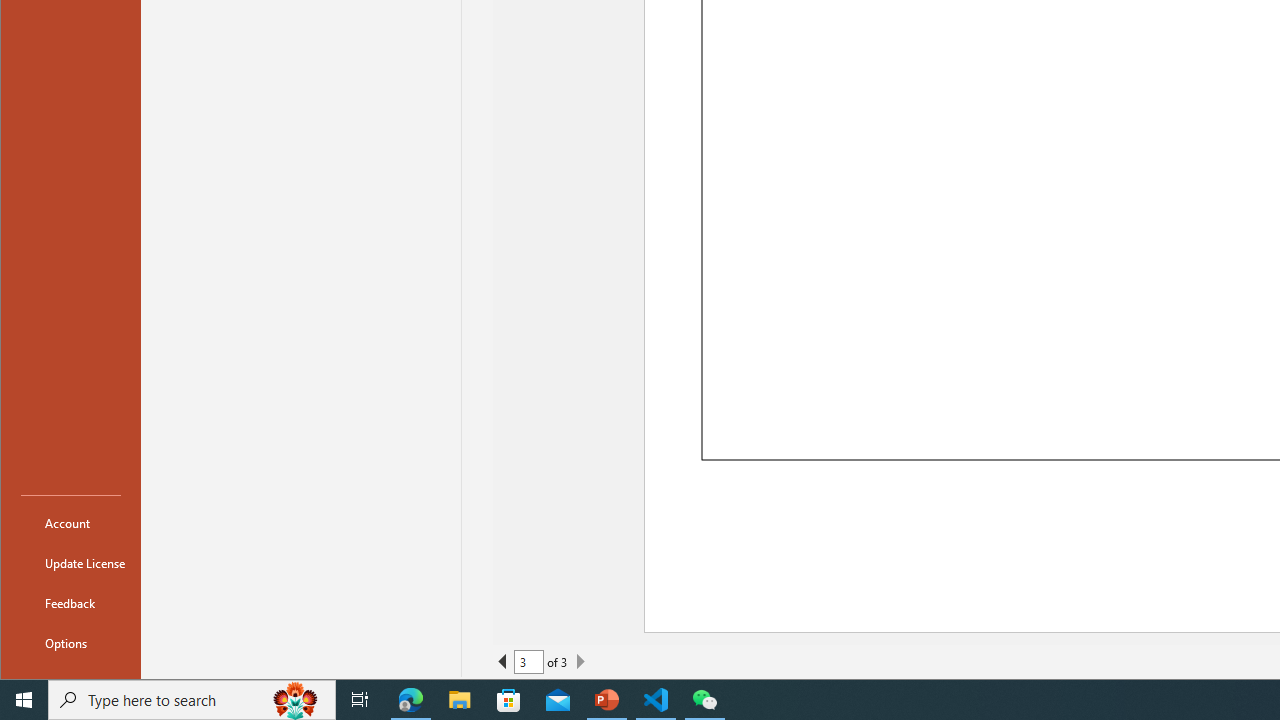  Describe the element at coordinates (705, 698) in the screenshot. I see `'WeChat - 1 running window'` at that location.